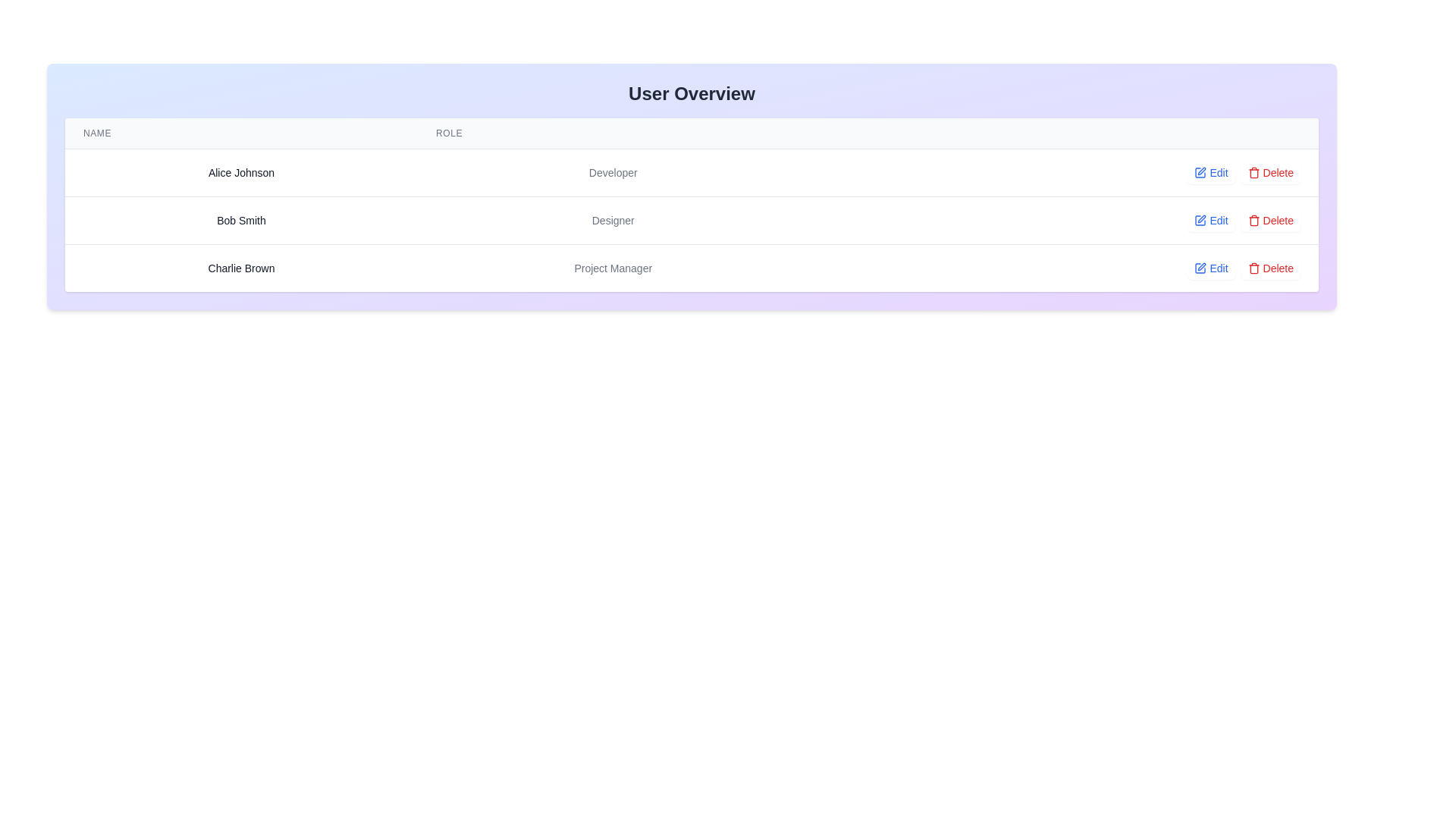 This screenshot has width=1456, height=819. I want to click on the first 'Edit' button associated with 'Alice Johnson', 'Developer', so click(1210, 171).